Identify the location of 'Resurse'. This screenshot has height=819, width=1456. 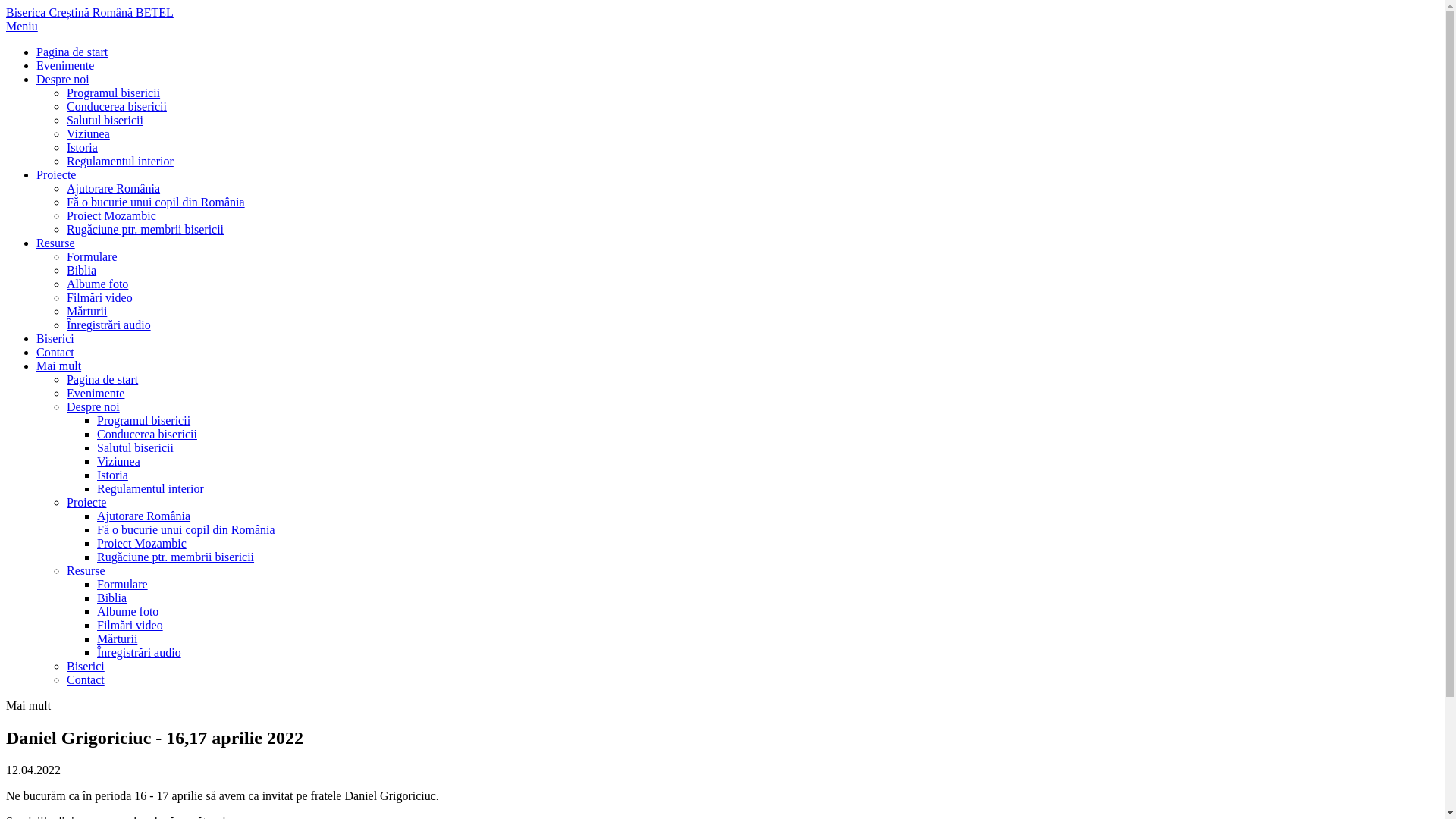
(55, 242).